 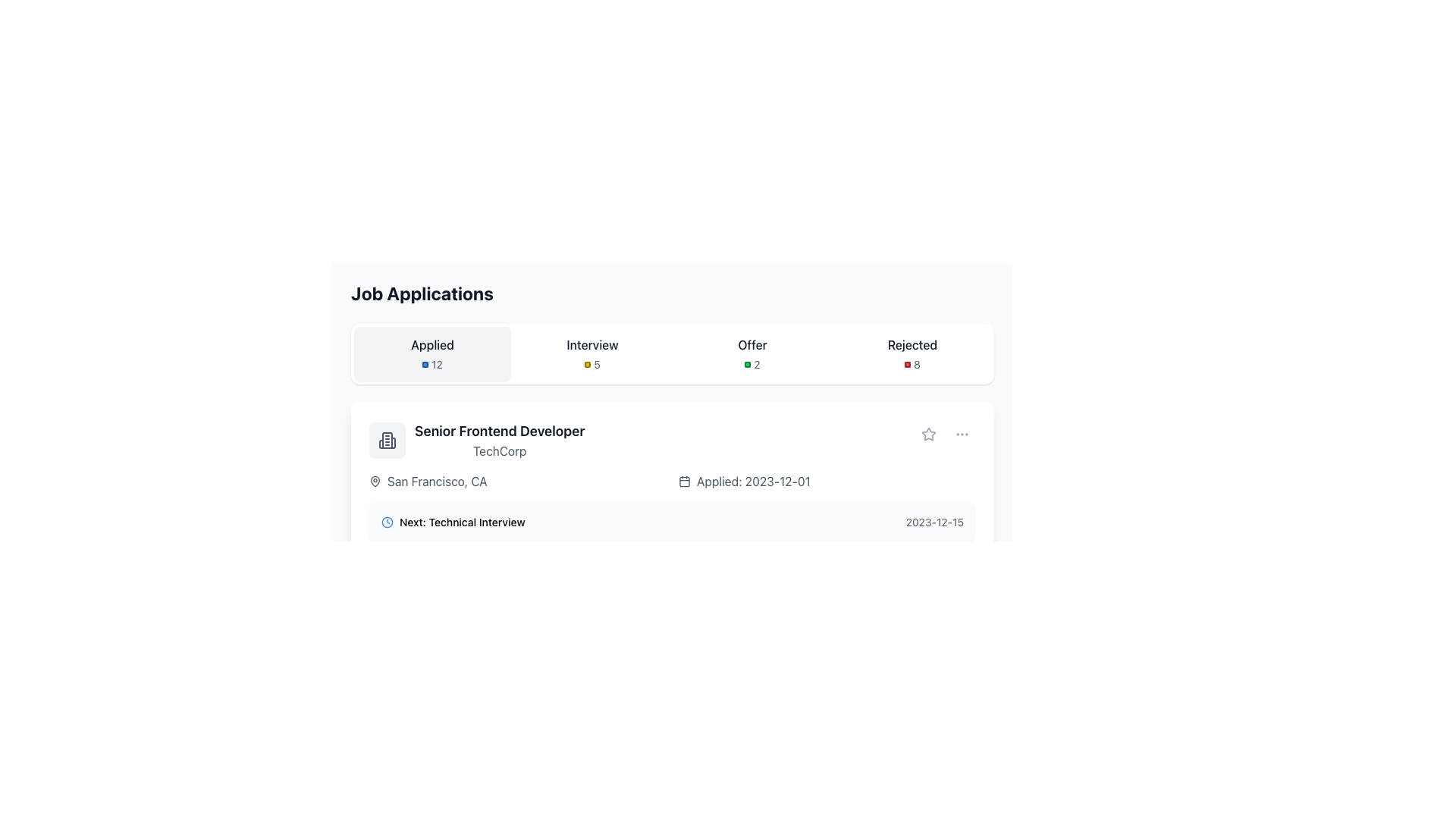 What do you see at coordinates (683, 482) in the screenshot?
I see `the small, calendar-shaped icon located to the left of the text 'Applied: 2023-12-01' within the 'Senior Frontend Developer' job application card` at bounding box center [683, 482].